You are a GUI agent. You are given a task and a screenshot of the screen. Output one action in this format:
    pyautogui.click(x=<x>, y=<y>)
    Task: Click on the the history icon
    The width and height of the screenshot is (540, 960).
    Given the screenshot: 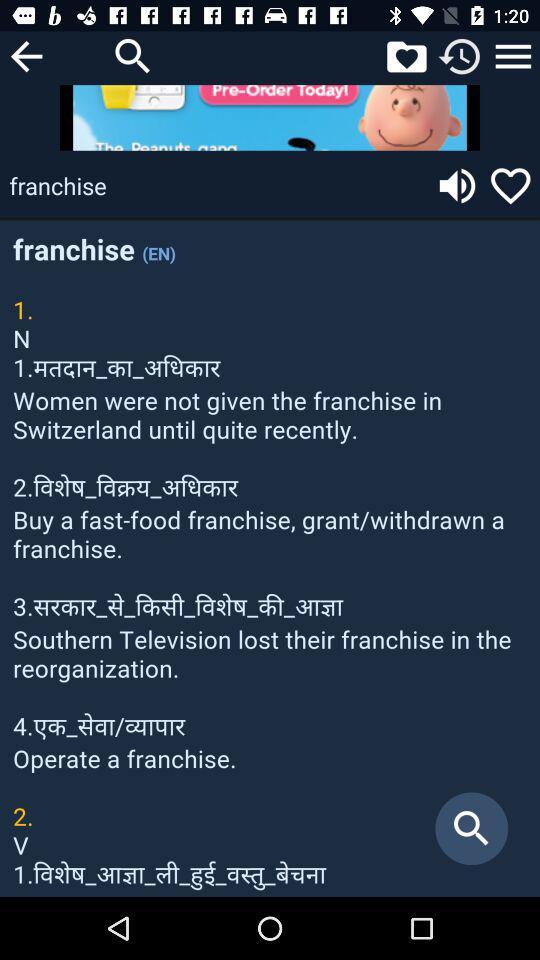 What is the action you would take?
    pyautogui.click(x=460, y=55)
    